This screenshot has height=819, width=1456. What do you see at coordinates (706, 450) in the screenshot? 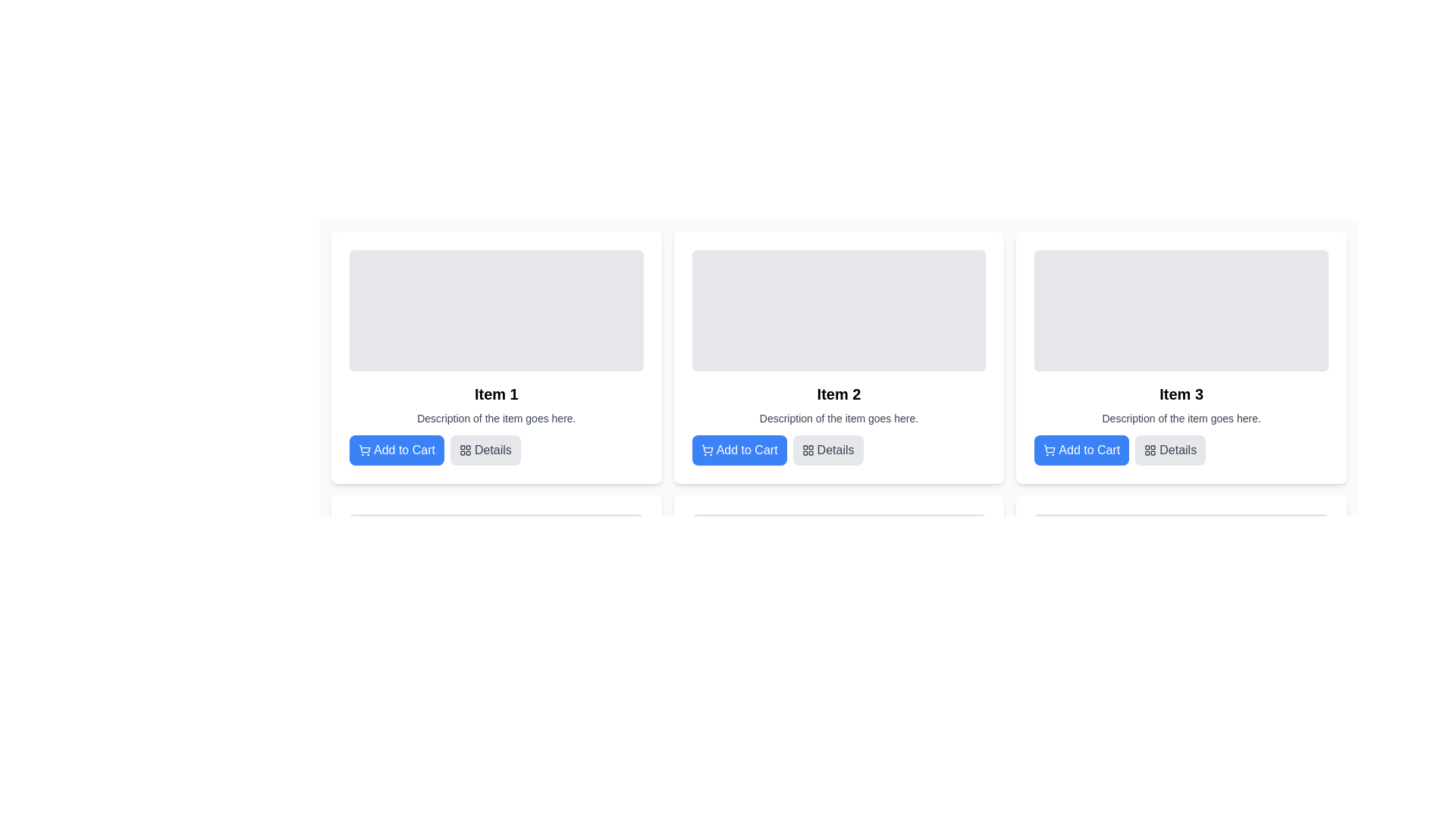
I see `the shopping cart icon located in the top-left area of the 'Add to Cart' button for 'Item 2' in the second column` at bounding box center [706, 450].